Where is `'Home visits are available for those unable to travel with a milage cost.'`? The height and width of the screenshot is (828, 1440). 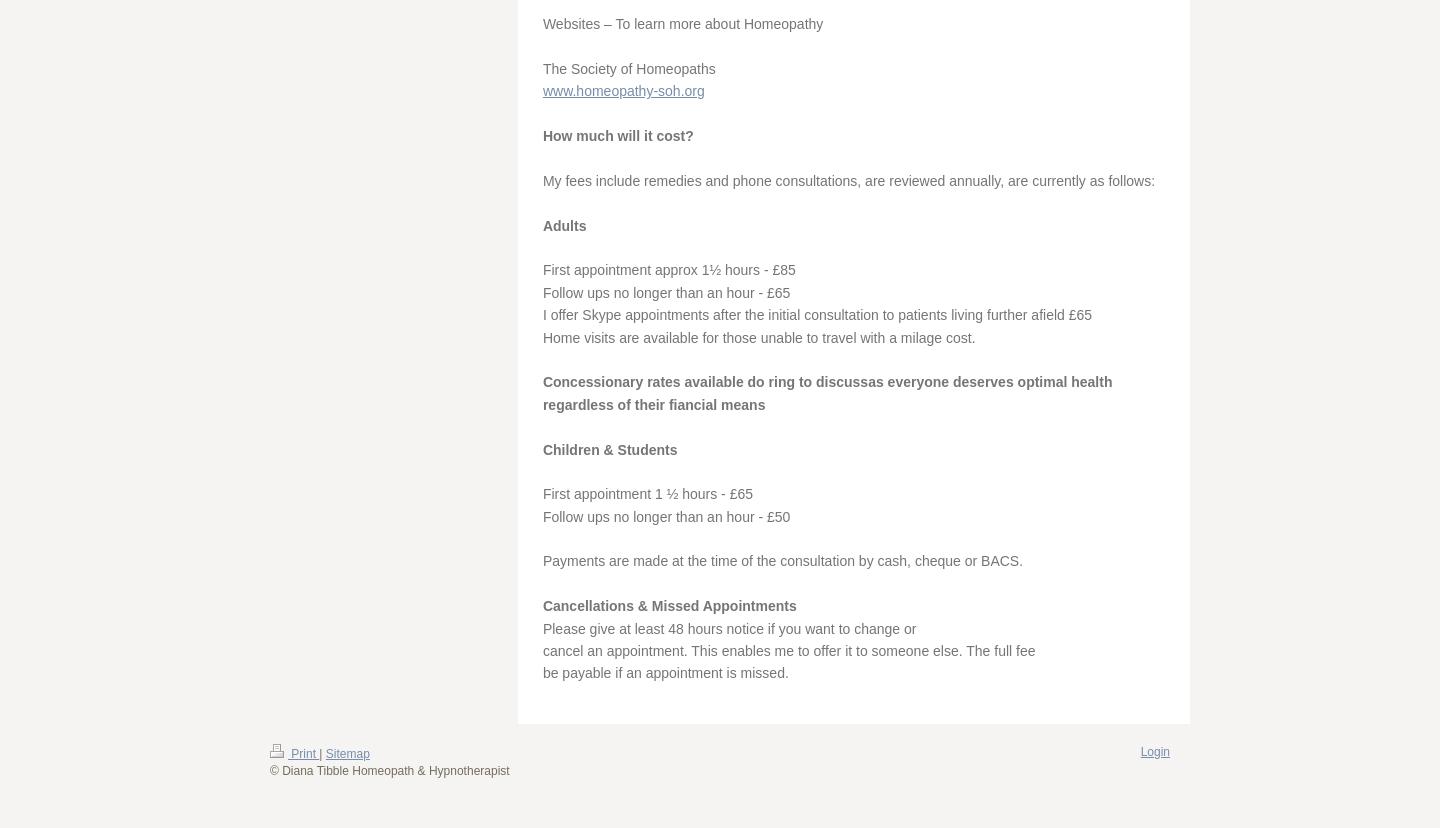 'Home visits are available for those unable to travel with a milage cost.' is located at coordinates (757, 335).